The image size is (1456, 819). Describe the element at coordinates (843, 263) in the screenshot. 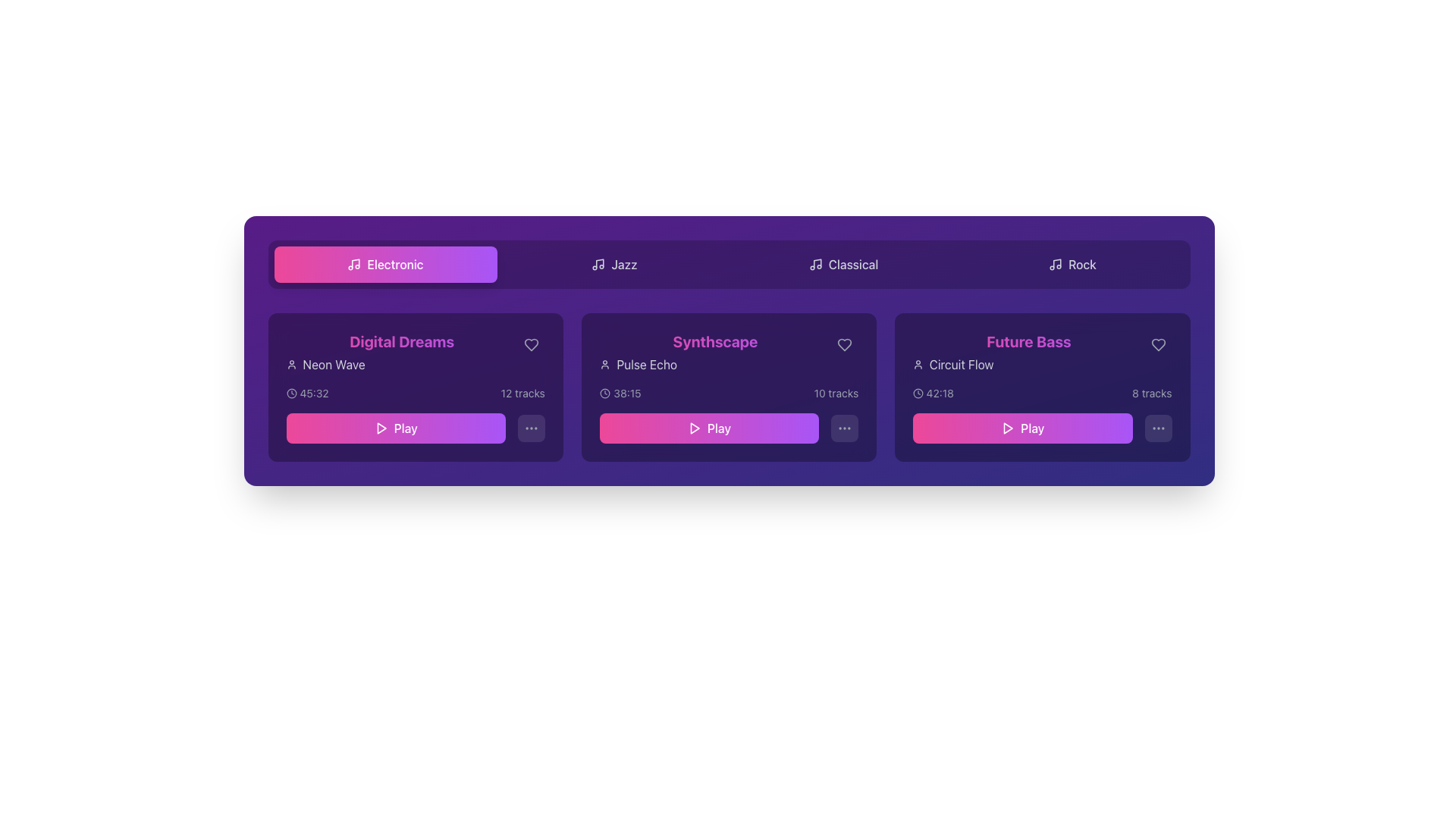

I see `the 'Classical' genre label, which is a text label with a music note icon, styled with light gray text on a dark purple background, positioned horizontally between 'Jazz' and 'Rock'` at that location.